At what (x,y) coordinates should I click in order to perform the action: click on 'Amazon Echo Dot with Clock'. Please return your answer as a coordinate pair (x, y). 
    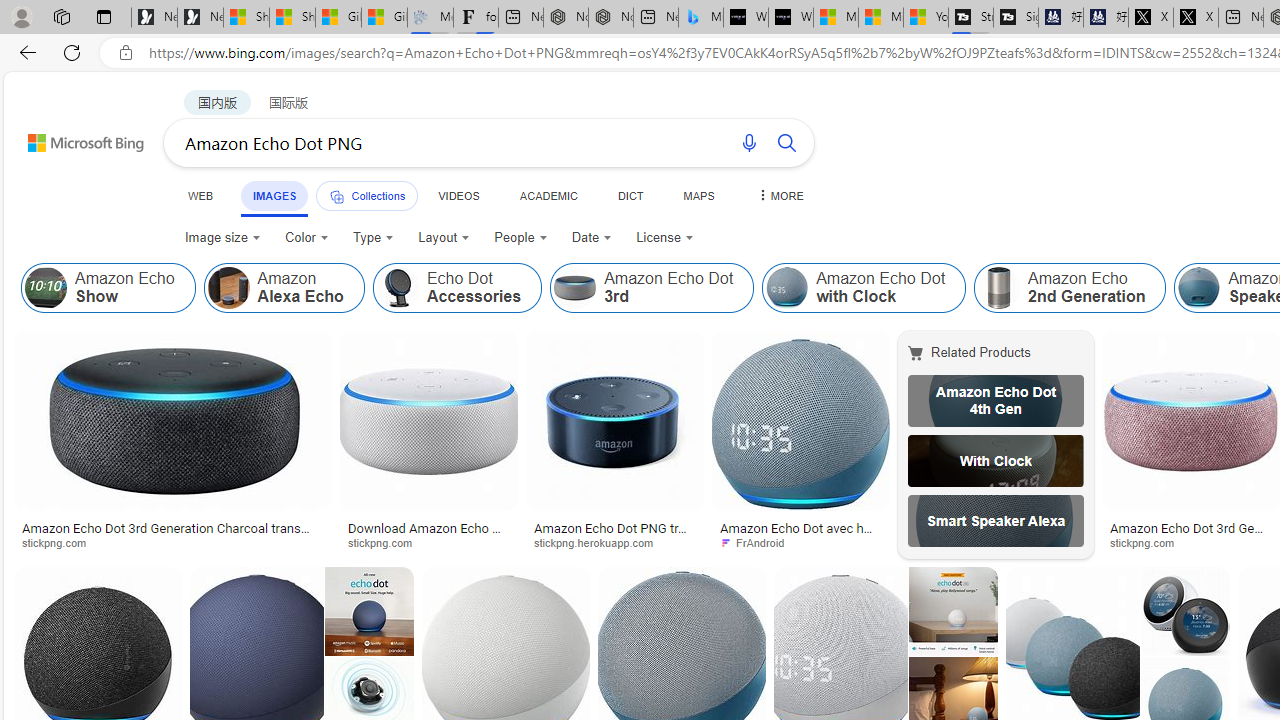
    Looking at the image, I should click on (864, 288).